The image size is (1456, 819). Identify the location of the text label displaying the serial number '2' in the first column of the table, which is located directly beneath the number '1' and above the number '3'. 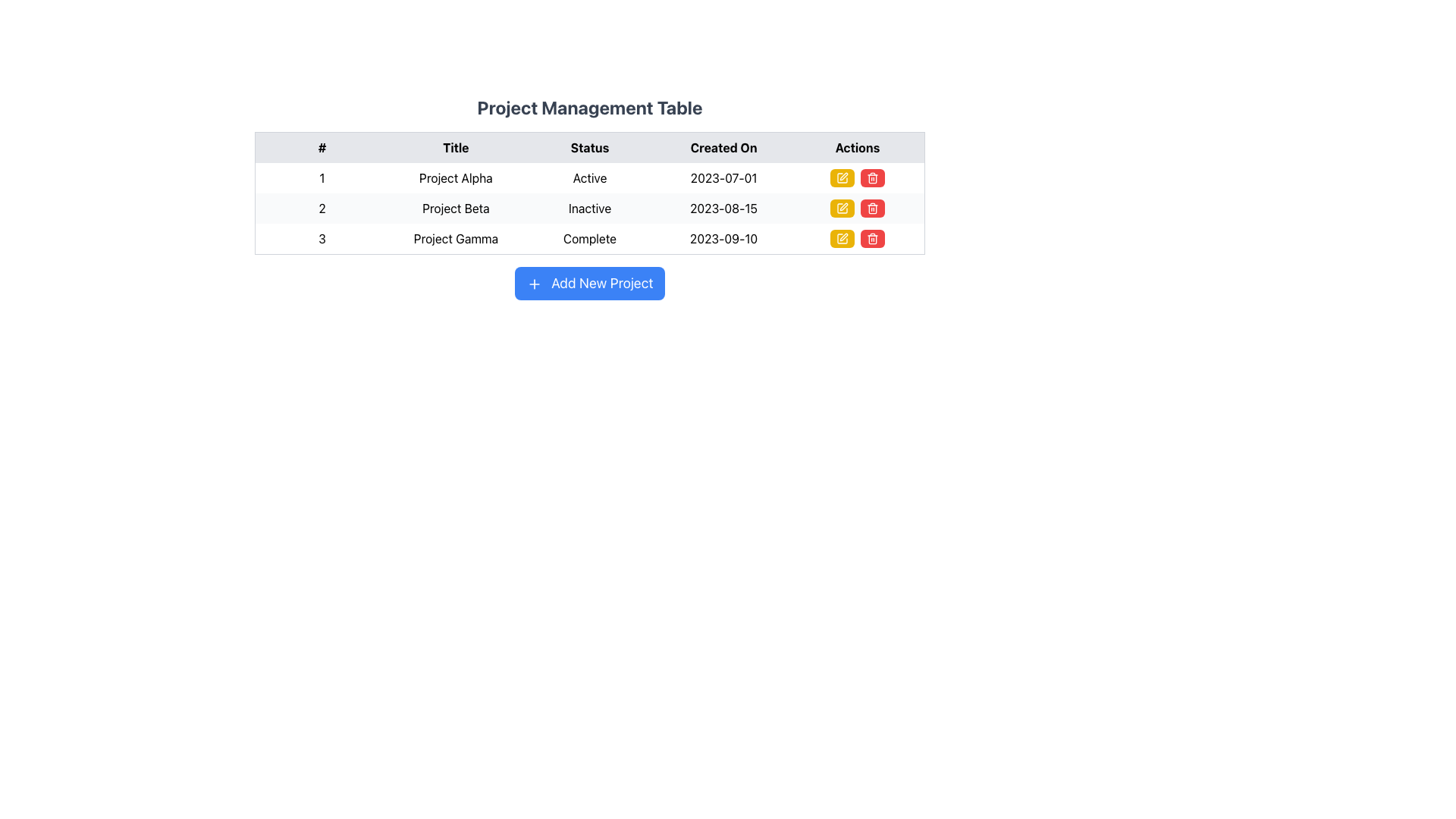
(321, 208).